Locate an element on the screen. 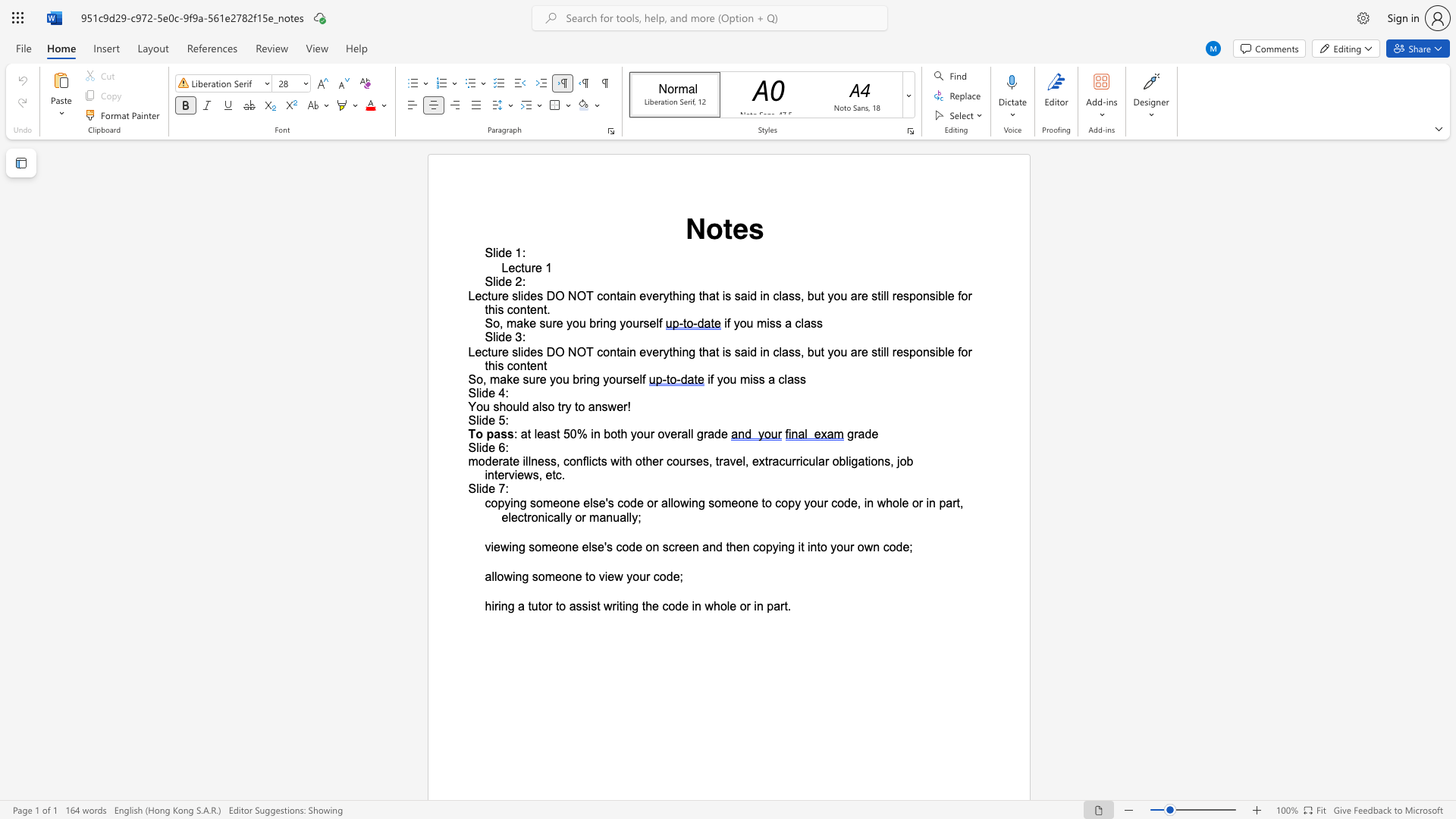 This screenshot has height=819, width=1456. the subset text "curricular obligations, j" within the text "moderate illness, conflicts with other courses, travel, extracurricular obligations, job interviews, etc." is located at coordinates (779, 460).